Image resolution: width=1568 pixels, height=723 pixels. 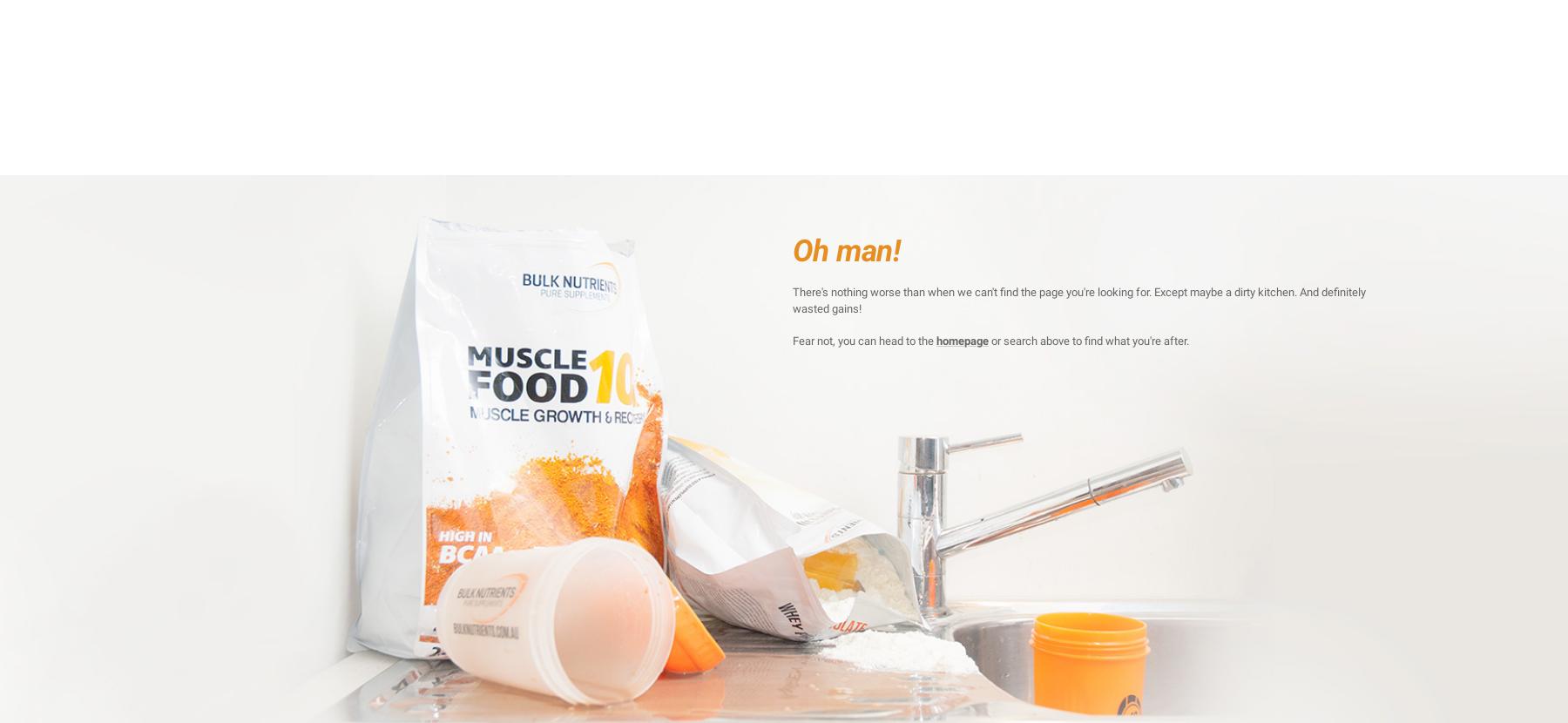 What do you see at coordinates (367, 159) in the screenshot?
I see `'Shop by:'` at bounding box center [367, 159].